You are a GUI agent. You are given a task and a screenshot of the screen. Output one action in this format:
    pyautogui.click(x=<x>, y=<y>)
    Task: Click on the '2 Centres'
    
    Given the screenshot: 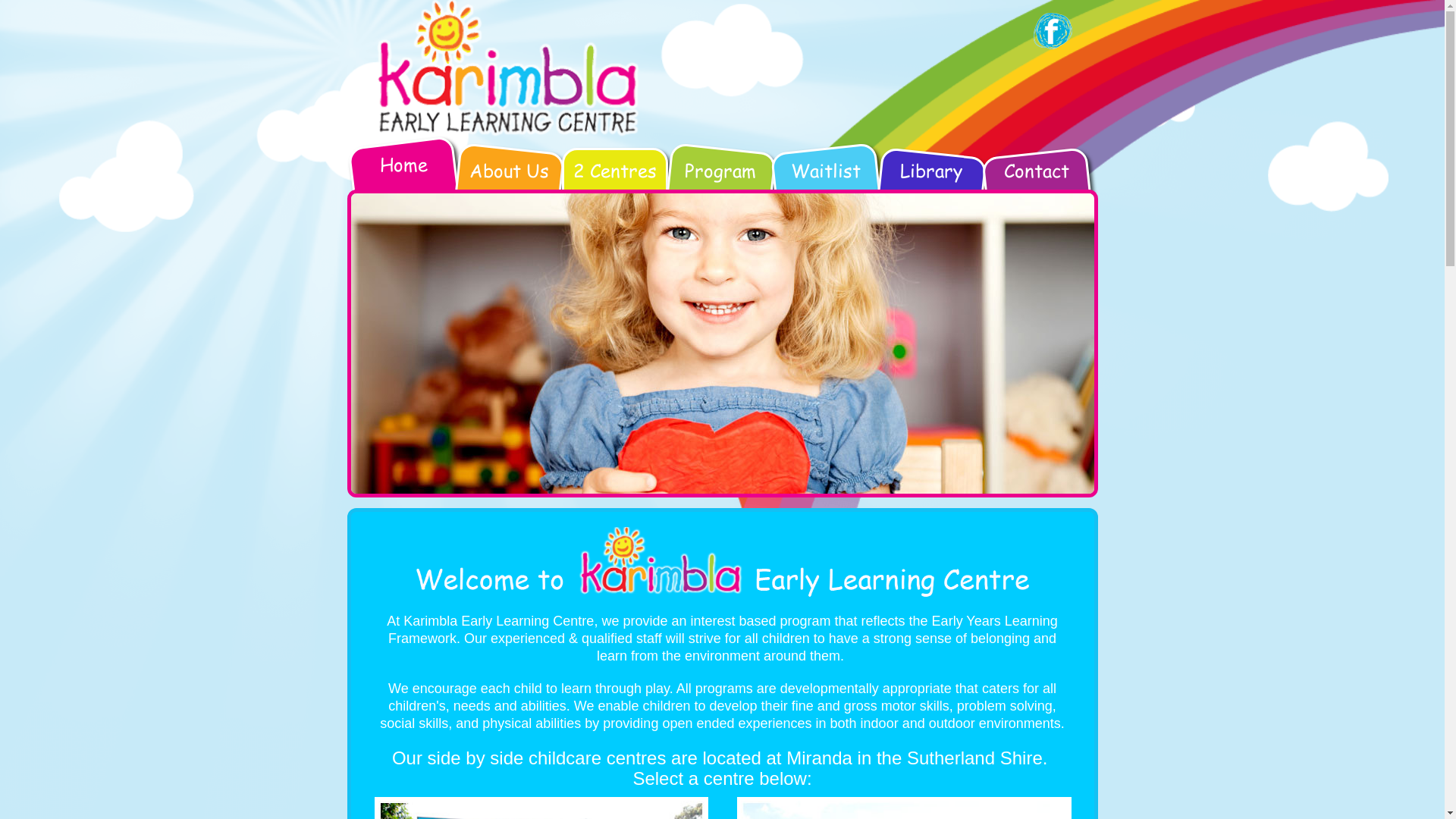 What is the action you would take?
    pyautogui.click(x=614, y=180)
    